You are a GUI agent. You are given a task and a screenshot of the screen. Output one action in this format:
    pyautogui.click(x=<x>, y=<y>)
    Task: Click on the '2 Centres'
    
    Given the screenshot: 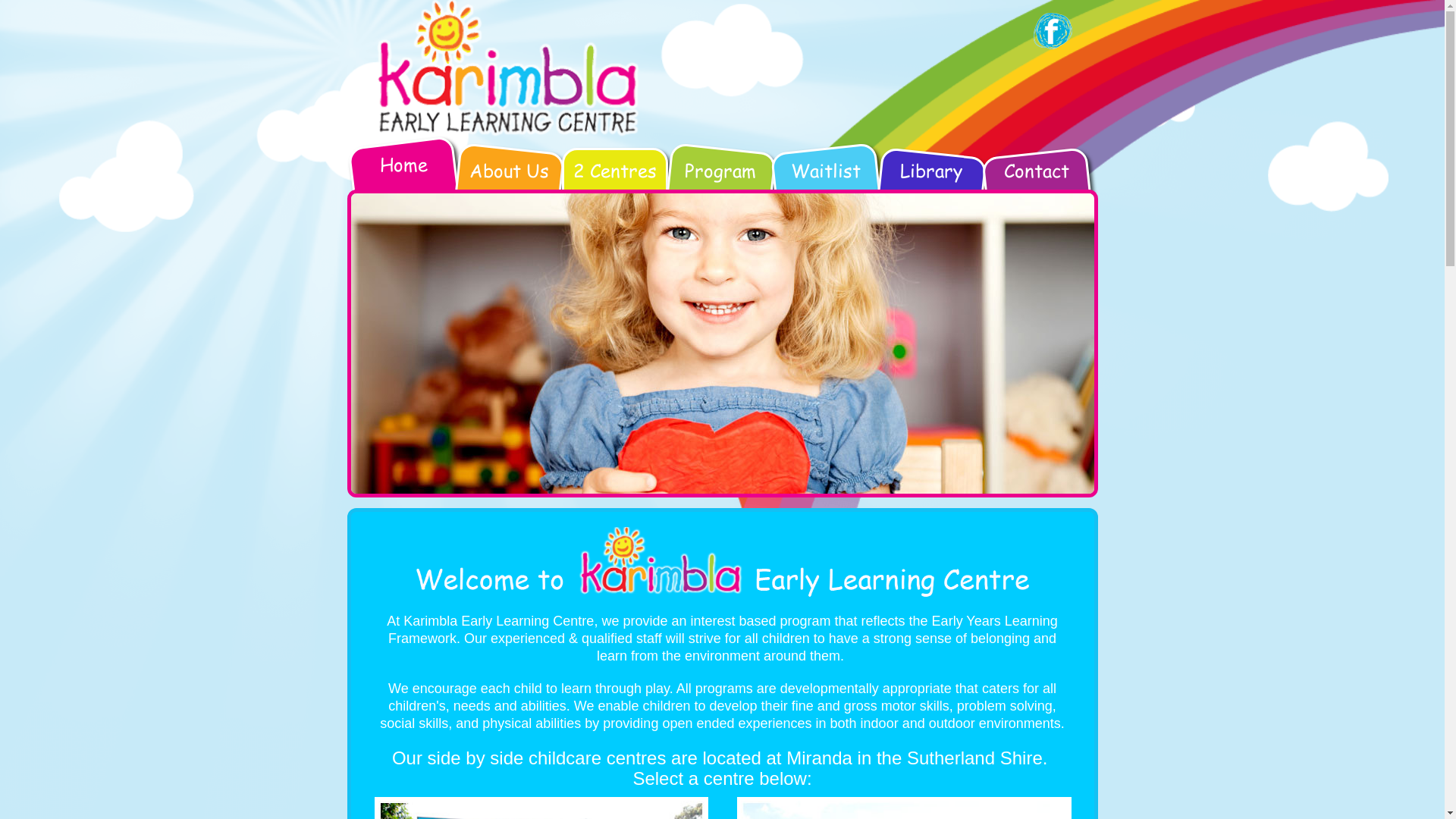 What is the action you would take?
    pyautogui.click(x=614, y=180)
    